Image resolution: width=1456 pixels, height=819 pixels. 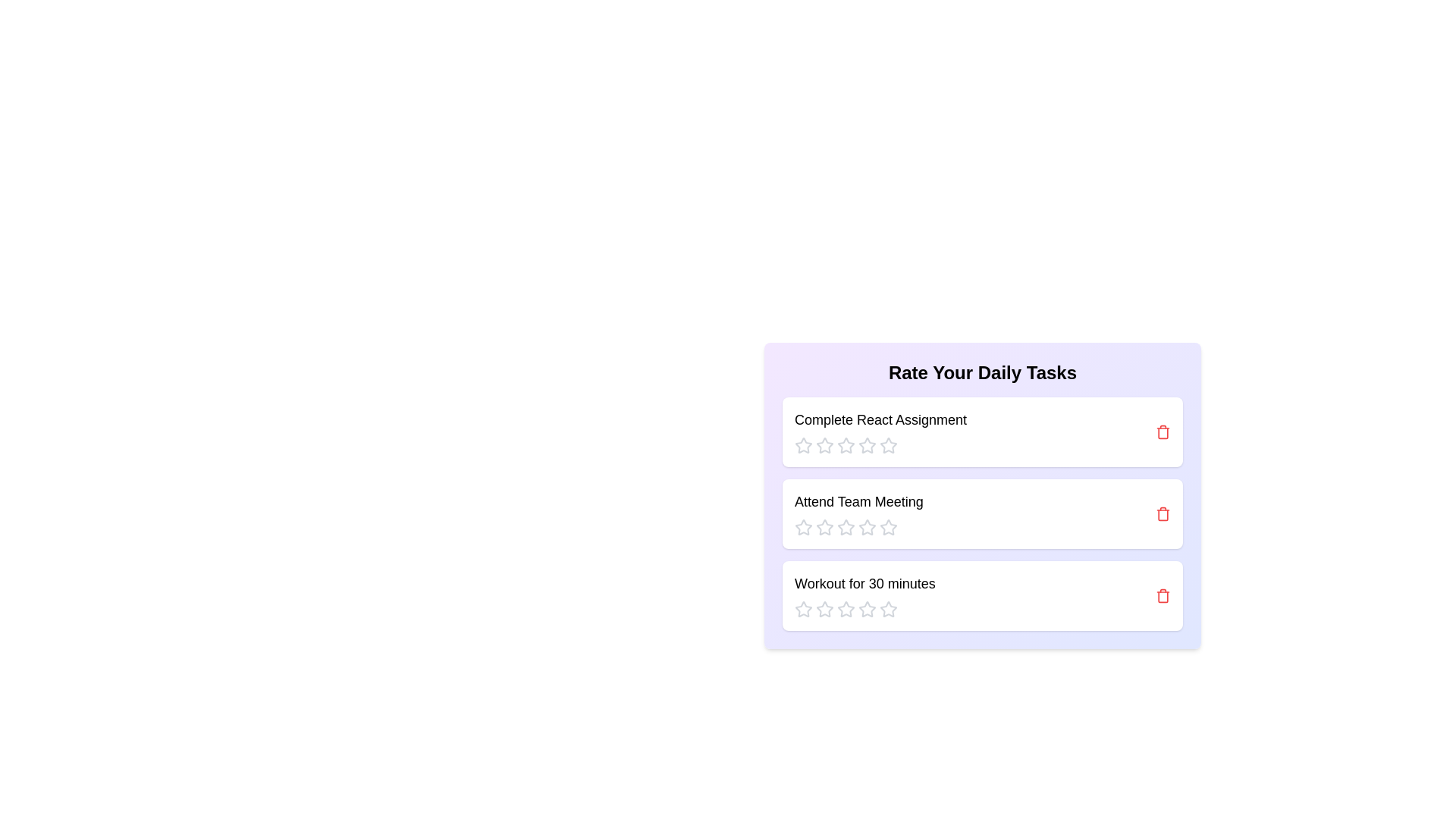 I want to click on the rating for a task to 4 stars by clicking the corresponding star icon, so click(x=867, y=444).